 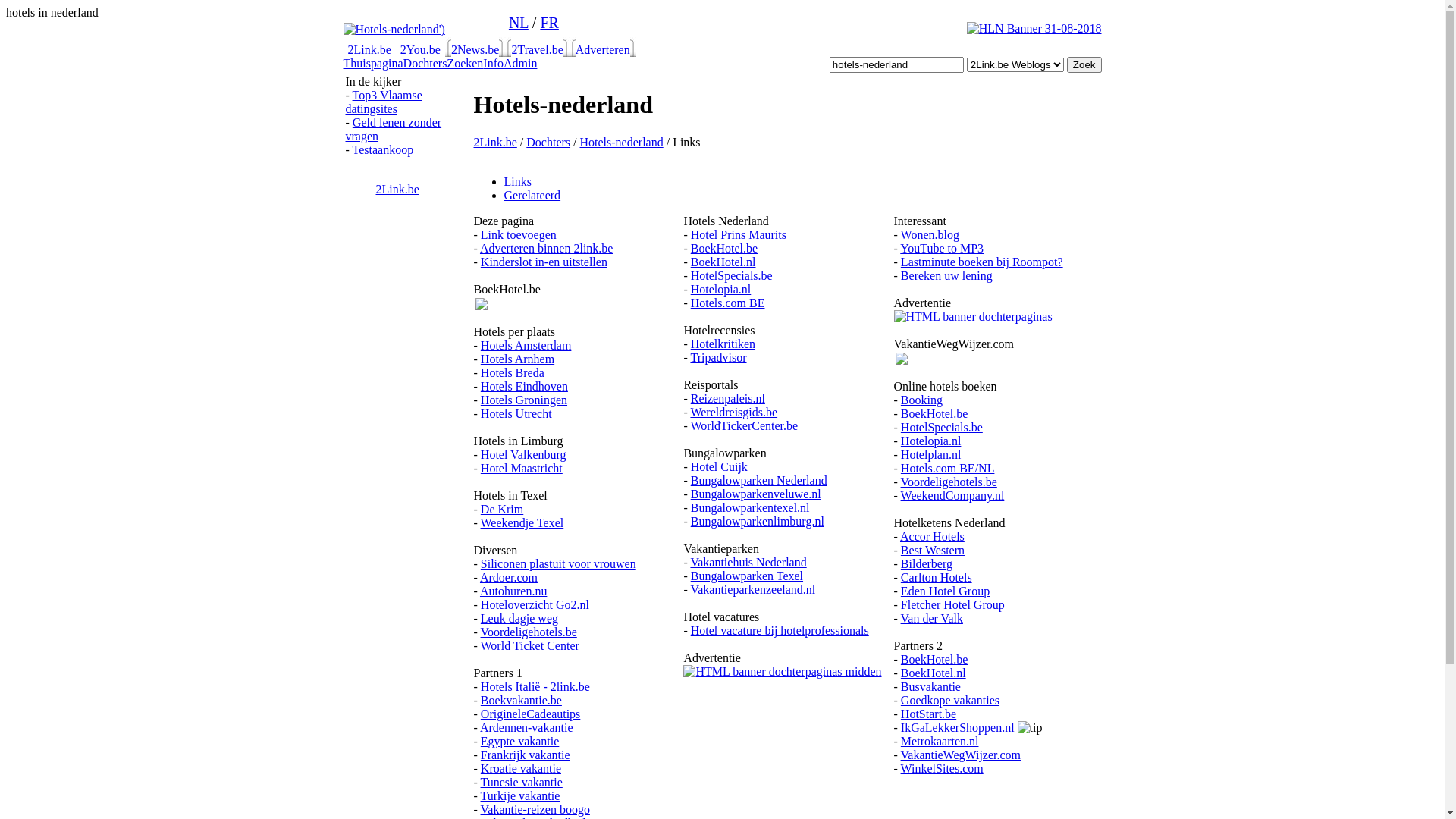 I want to click on 'Autohuren.nu', so click(x=513, y=590).